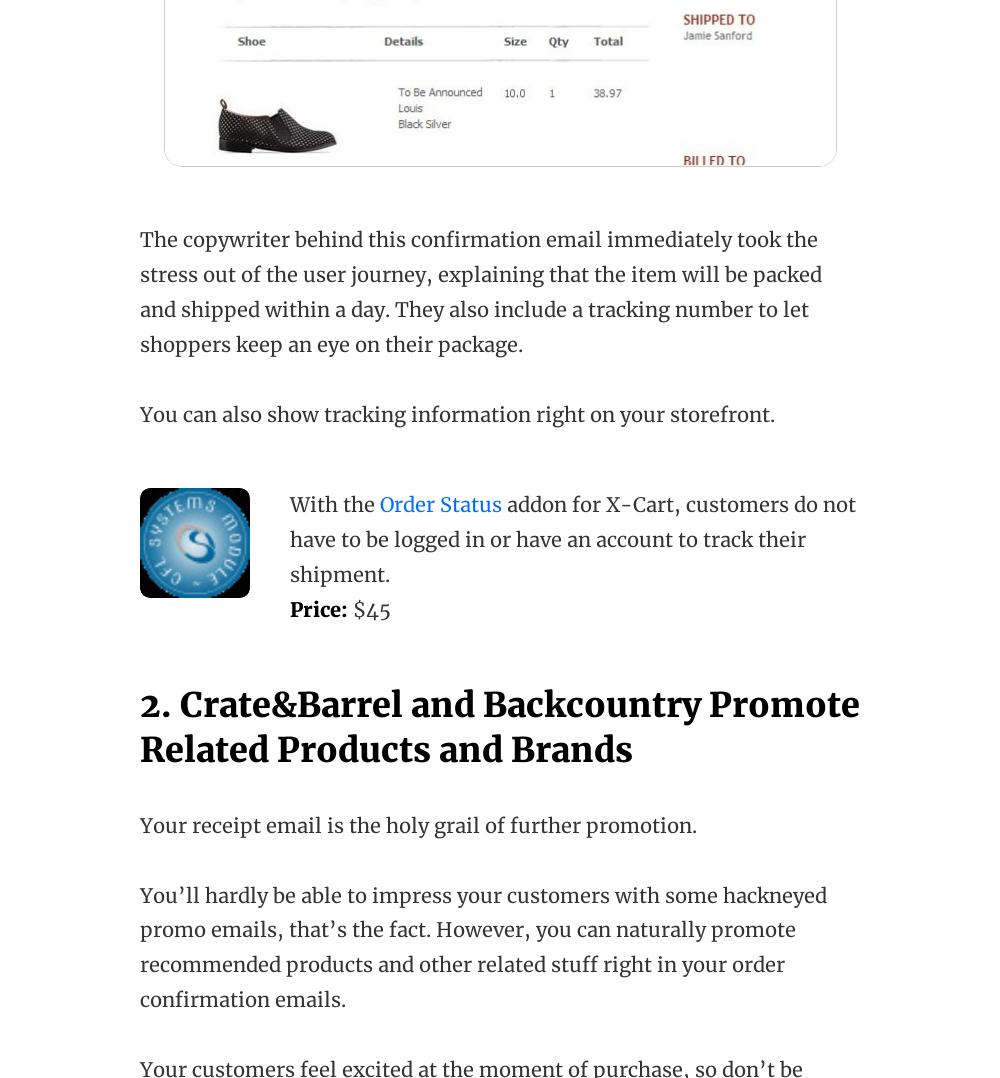 This screenshot has height=1078, width=1000. What do you see at coordinates (140, 946) in the screenshot?
I see `'You’ll hardly be able to impress your customers with some hackneyed promo emails, that’s the fact. However, you can naturally promote recommended products and other related stuff right in your order confirmation emails.'` at bounding box center [140, 946].